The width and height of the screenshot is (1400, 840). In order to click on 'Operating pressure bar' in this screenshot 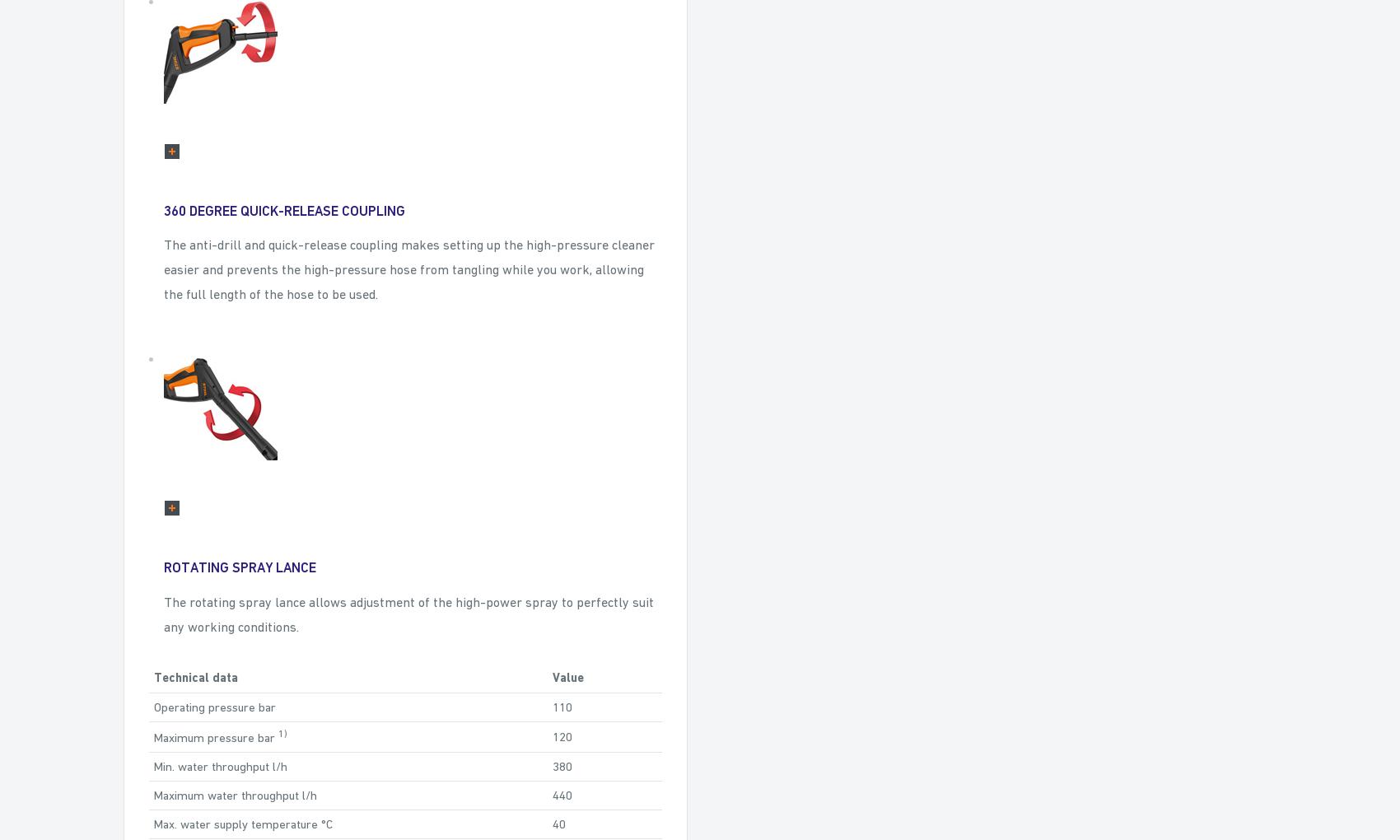, I will do `click(214, 705)`.